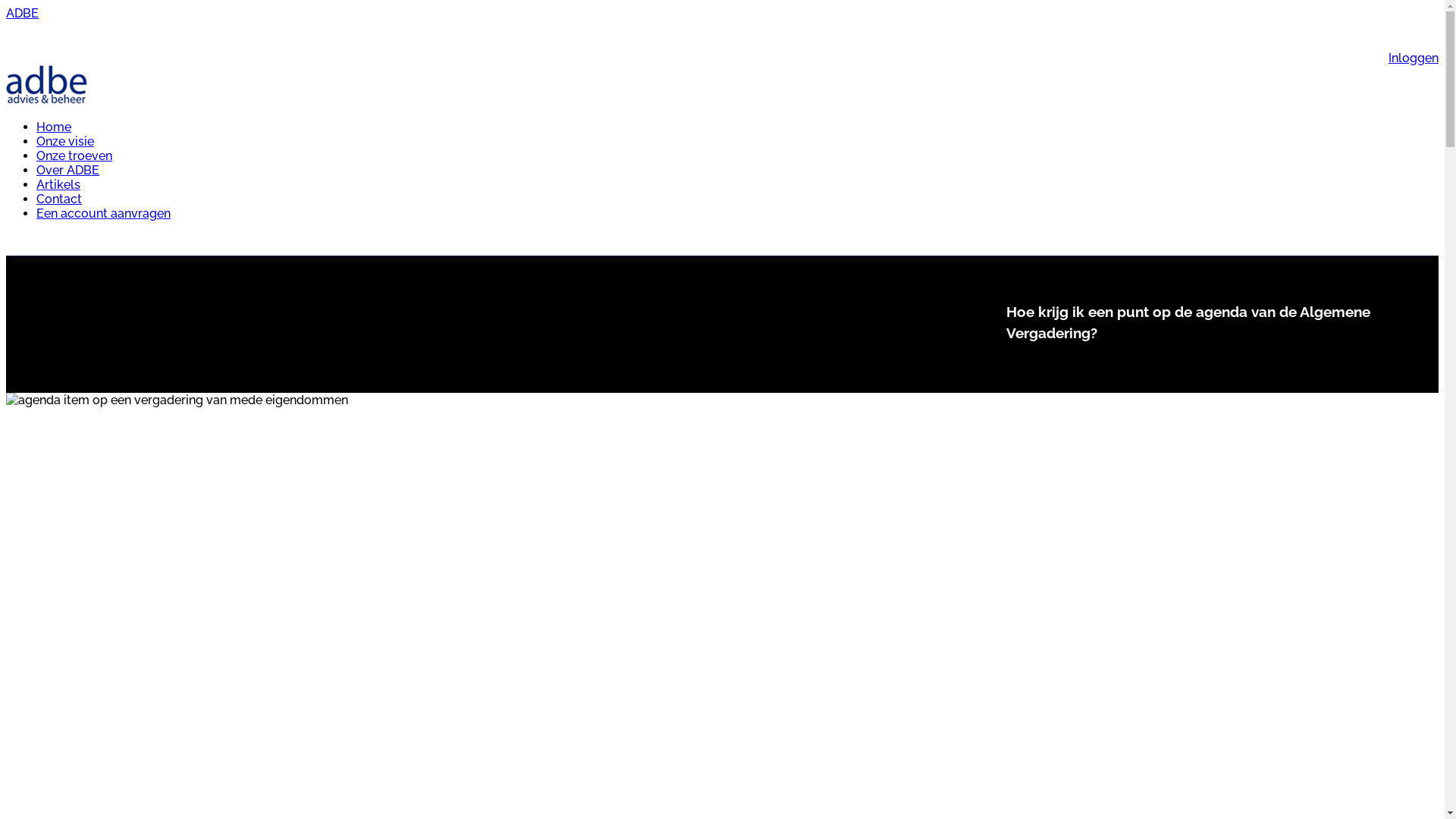  I want to click on 'Onze troeven', so click(36, 155).